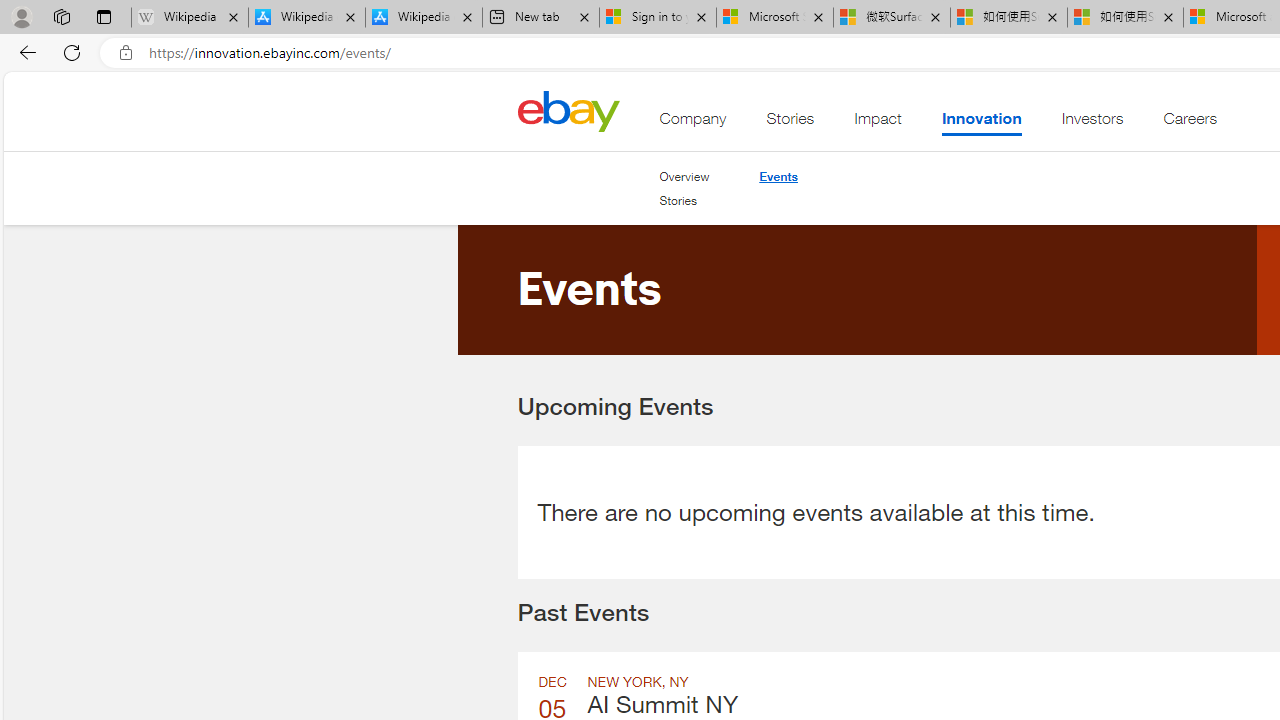 The width and height of the screenshot is (1280, 720). What do you see at coordinates (981, 123) in the screenshot?
I see `'Innovation'` at bounding box center [981, 123].